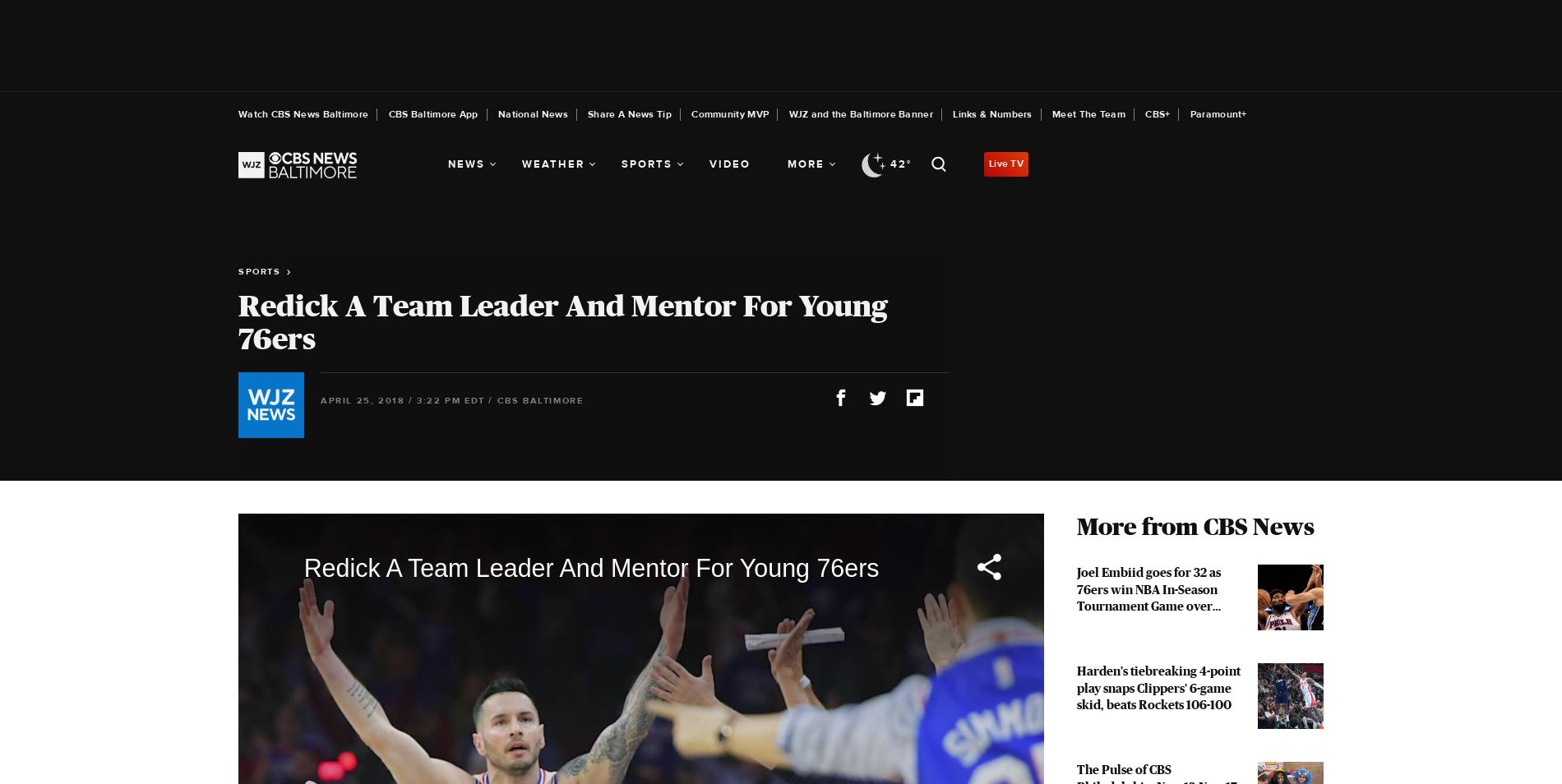  I want to click on 'WJZ and the Baltimore Banner', so click(860, 113).